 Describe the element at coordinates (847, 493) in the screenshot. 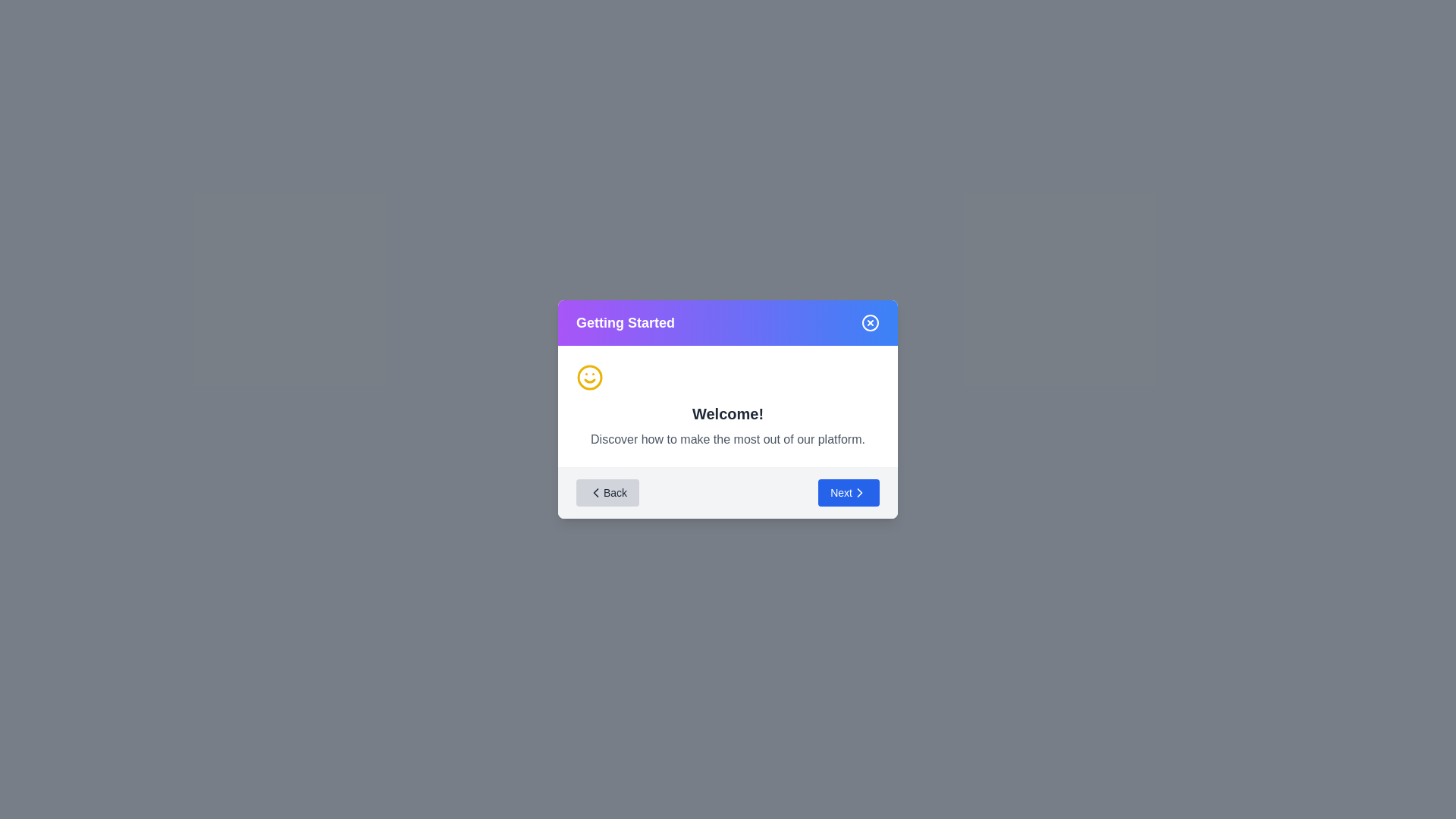

I see `the 'Next' navigation button located at the bottom-right corner of the dialog box to advance to the next step` at that location.